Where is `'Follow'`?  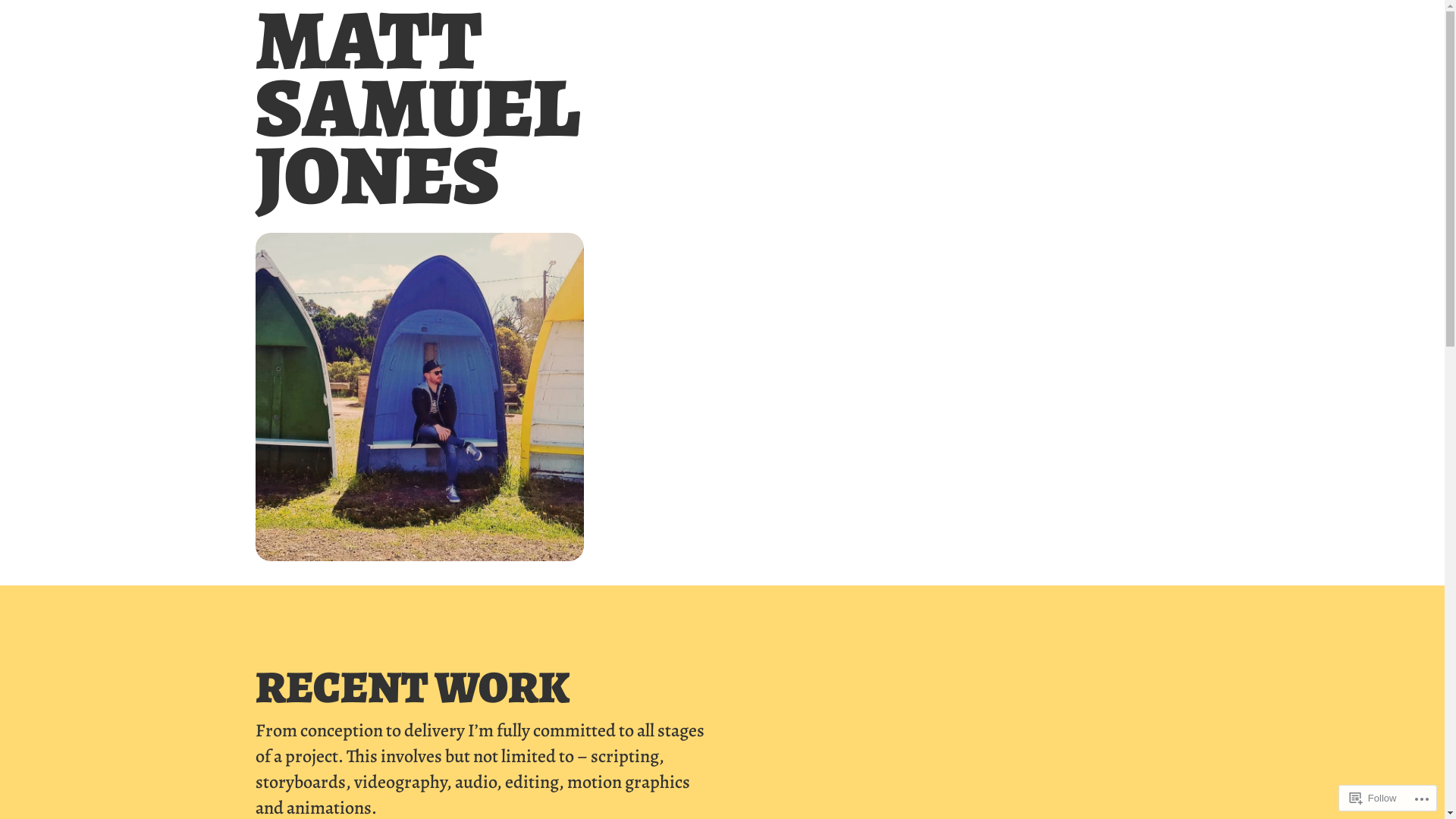 'Follow' is located at coordinates (1373, 797).